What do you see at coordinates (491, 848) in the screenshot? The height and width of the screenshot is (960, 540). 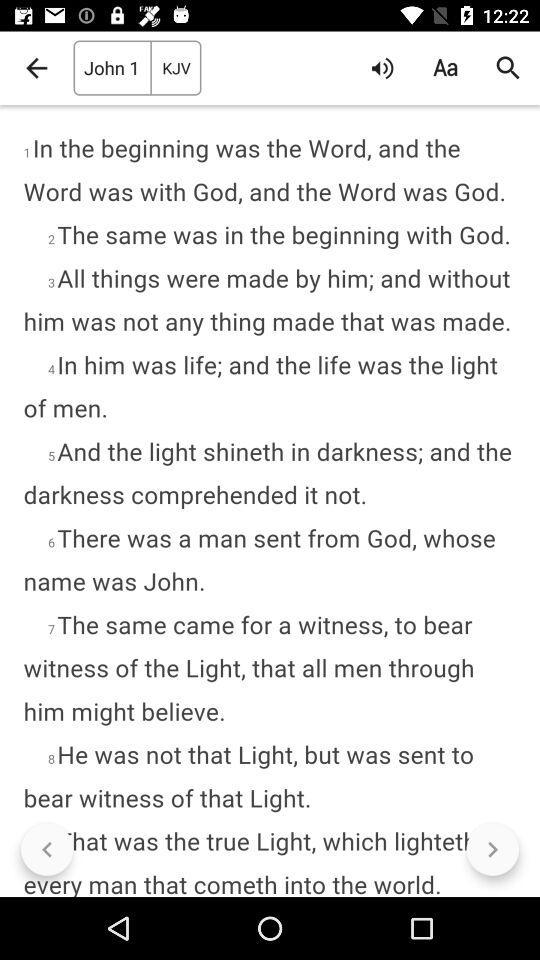 I see `the arrow_forward icon` at bounding box center [491, 848].